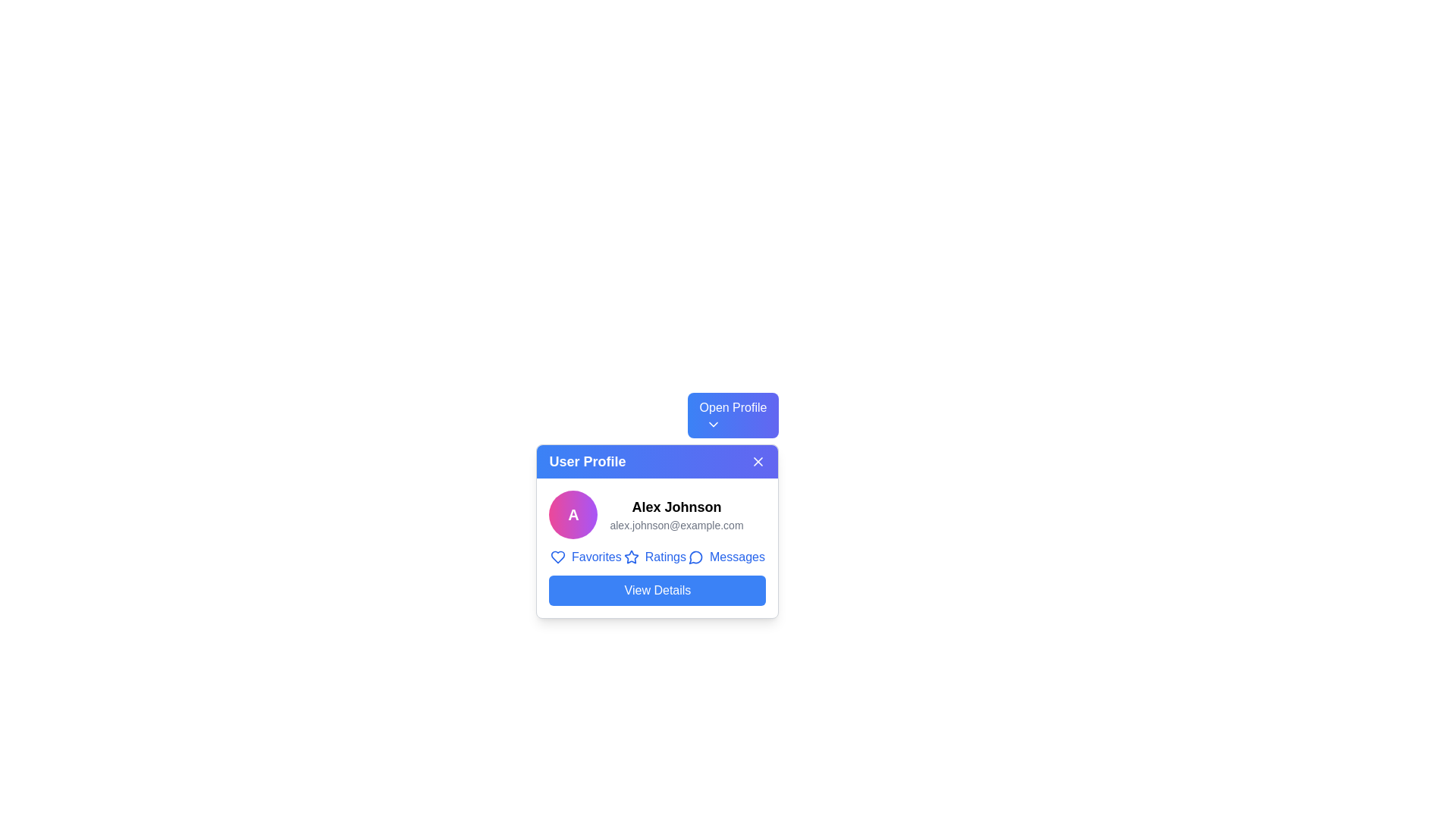 The width and height of the screenshot is (1456, 819). I want to click on the 'Open Profile' button, which is a rectangular button with rounded corners, featuring a gradient background from blue to purple and displaying white text with a downward-pointing chevron icon below it, so click(733, 415).